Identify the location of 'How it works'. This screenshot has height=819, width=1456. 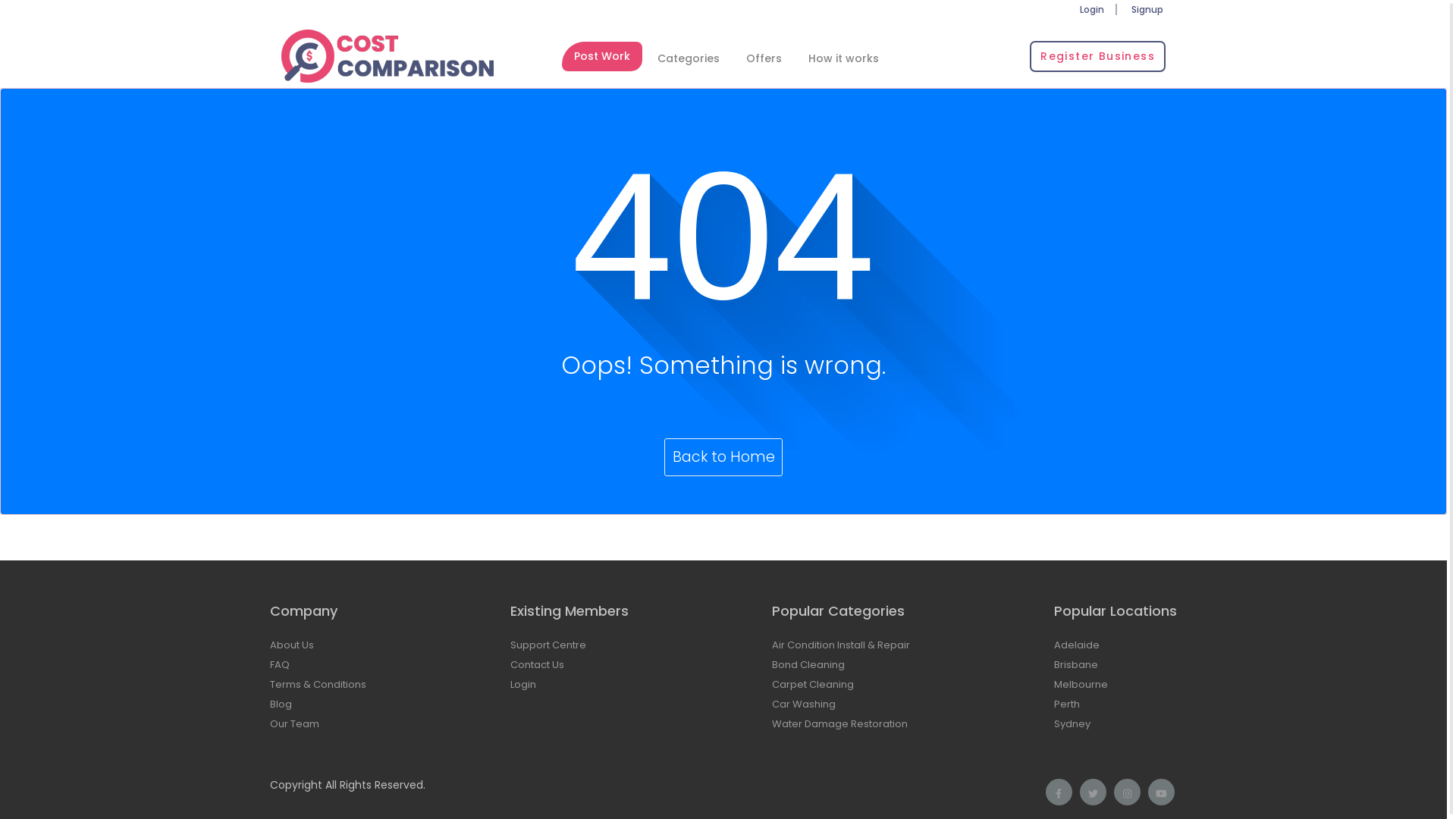
(843, 57).